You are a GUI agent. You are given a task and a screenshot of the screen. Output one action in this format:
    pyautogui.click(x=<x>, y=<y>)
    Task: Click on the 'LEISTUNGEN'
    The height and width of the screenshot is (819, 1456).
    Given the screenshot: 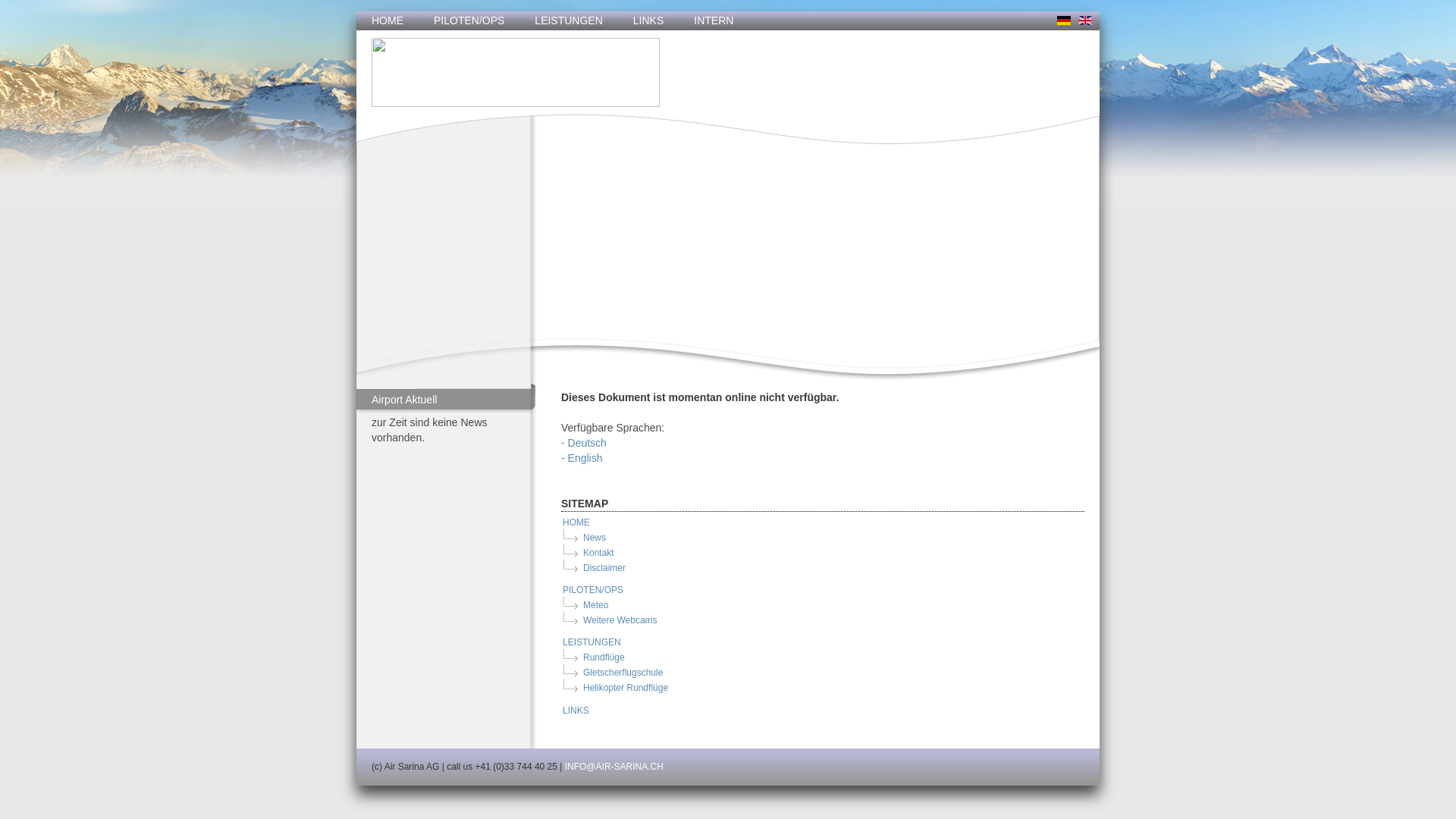 What is the action you would take?
    pyautogui.click(x=519, y=20)
    